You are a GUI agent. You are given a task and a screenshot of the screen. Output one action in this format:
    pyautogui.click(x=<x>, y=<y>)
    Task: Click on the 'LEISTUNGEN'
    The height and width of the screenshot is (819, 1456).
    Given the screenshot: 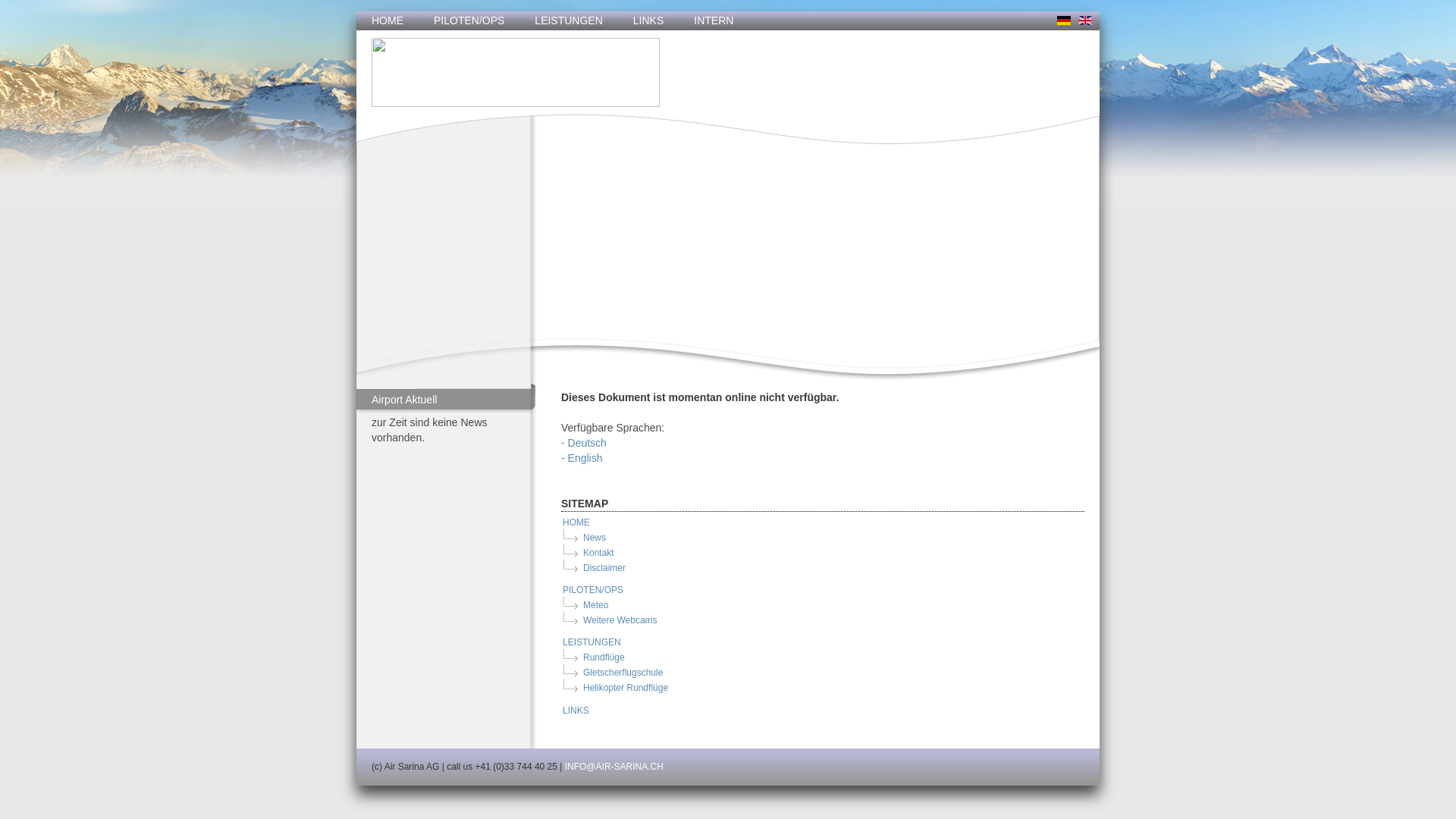 What is the action you would take?
    pyautogui.click(x=519, y=20)
    